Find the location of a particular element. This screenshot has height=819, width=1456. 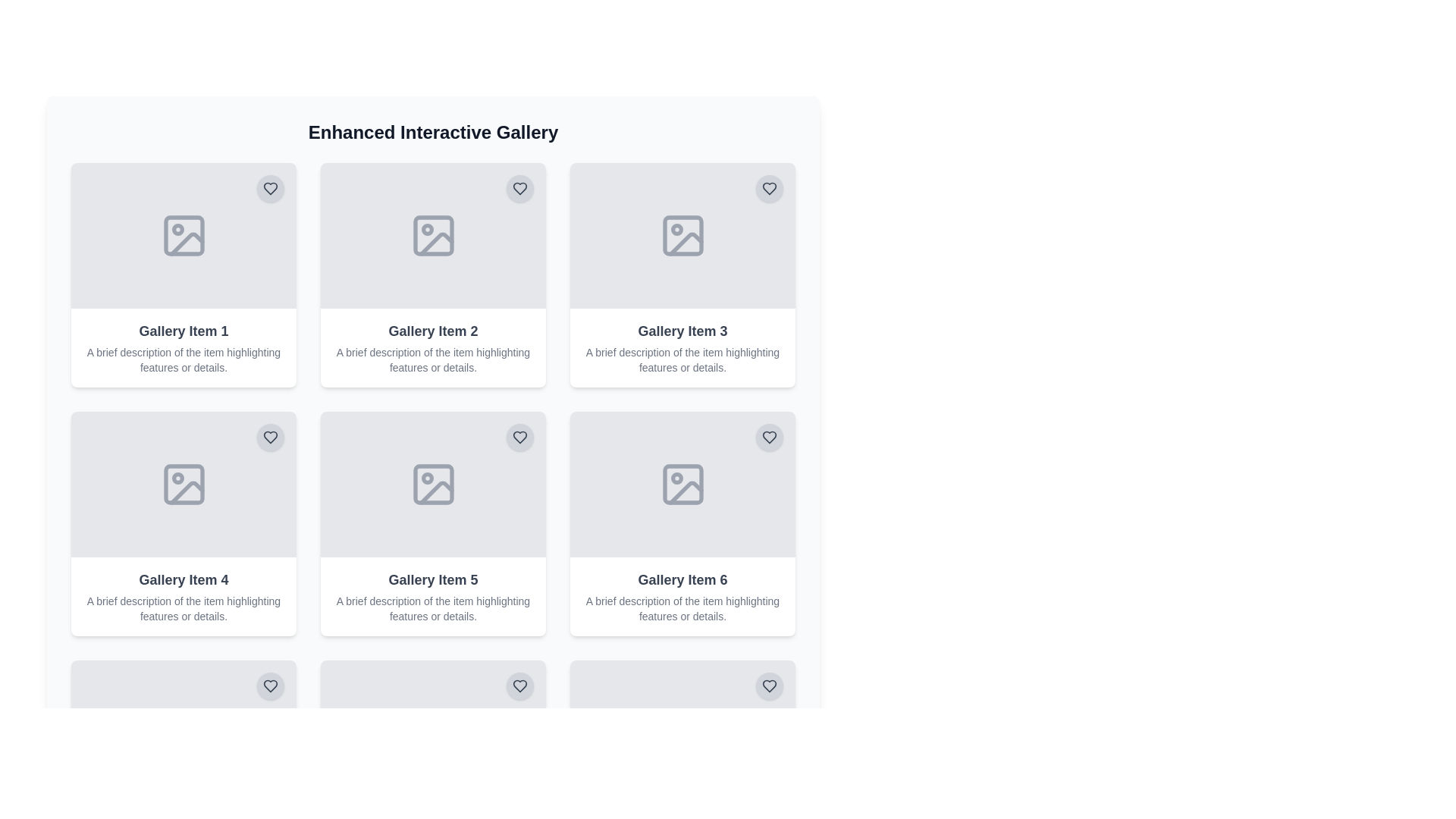

properties of the image placeholder icon located in the first gallery card, which is centered above the text 'Gallery Item 1' is located at coordinates (183, 236).